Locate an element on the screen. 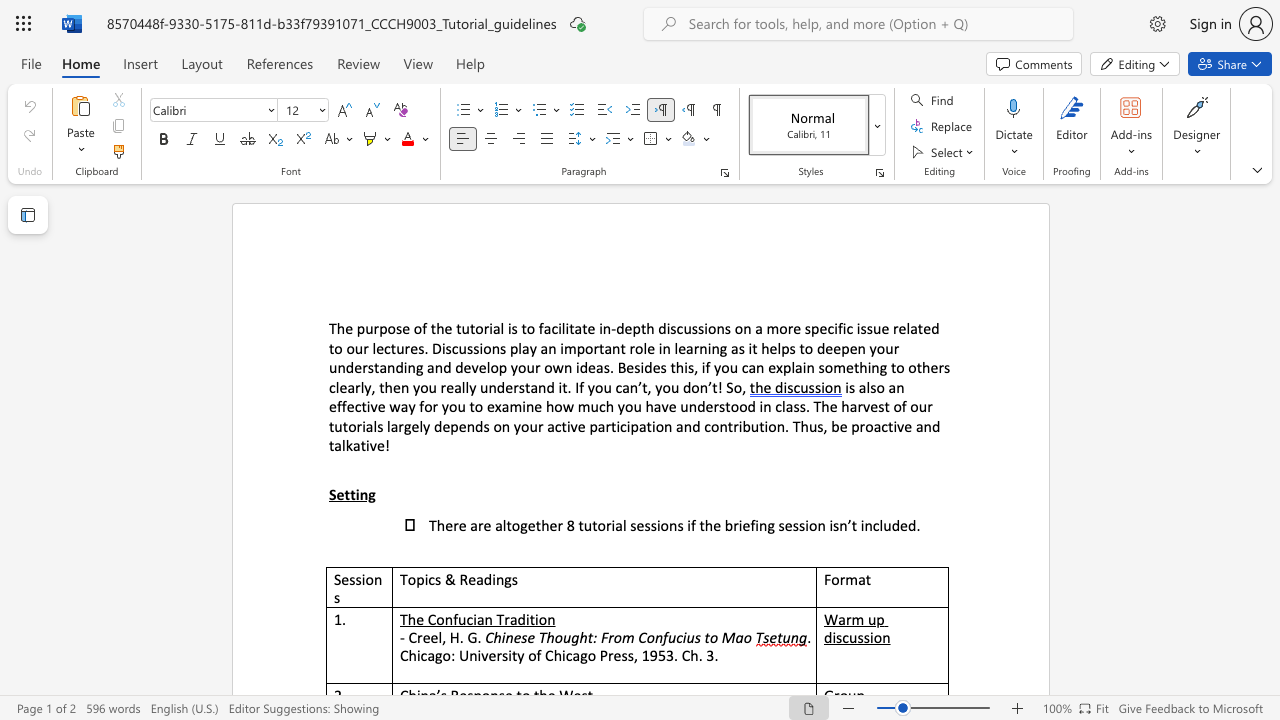 The width and height of the screenshot is (1280, 720). the 1th character "n" in the text is located at coordinates (868, 524).